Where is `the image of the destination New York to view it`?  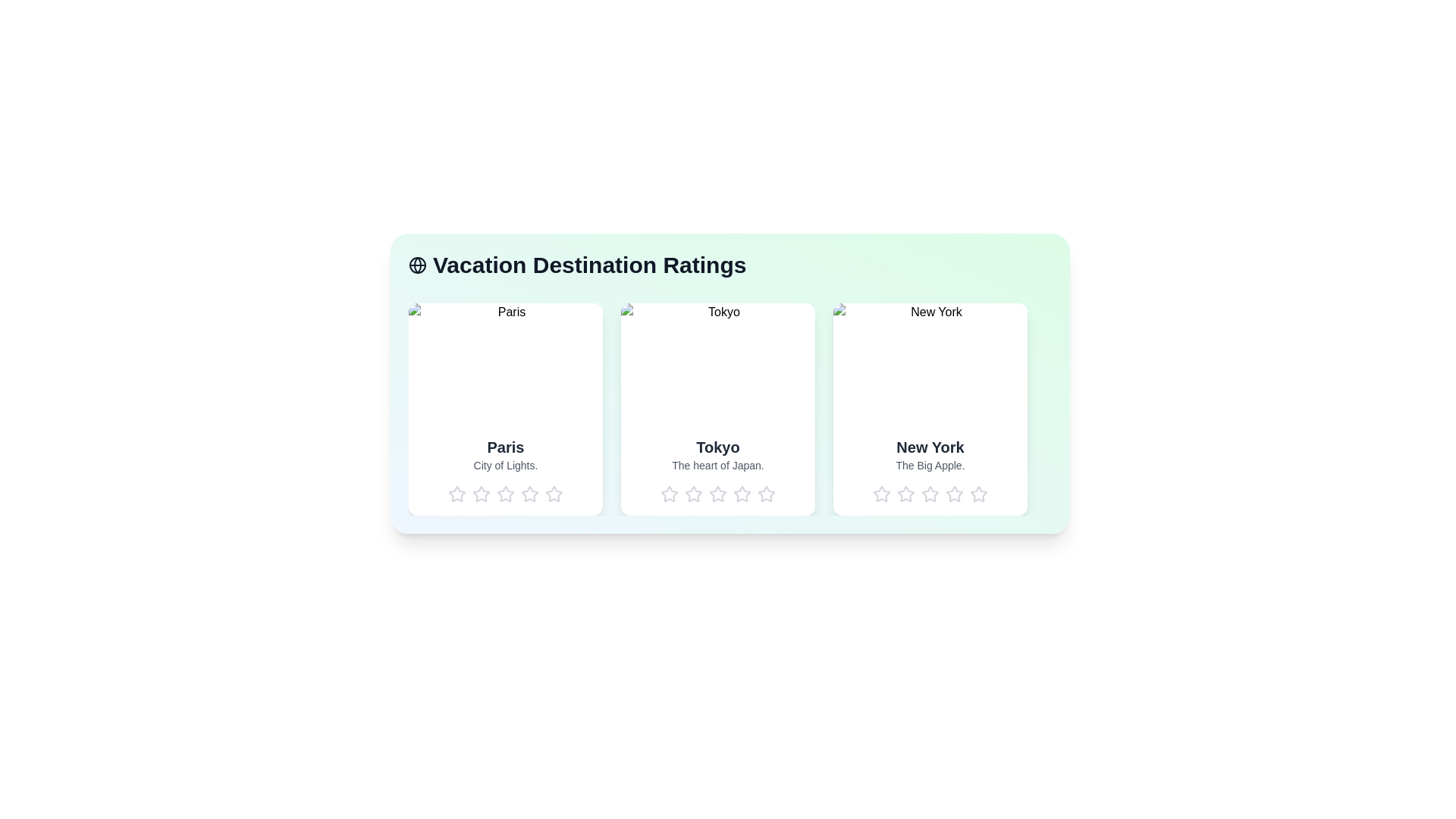 the image of the destination New York to view it is located at coordinates (930, 363).